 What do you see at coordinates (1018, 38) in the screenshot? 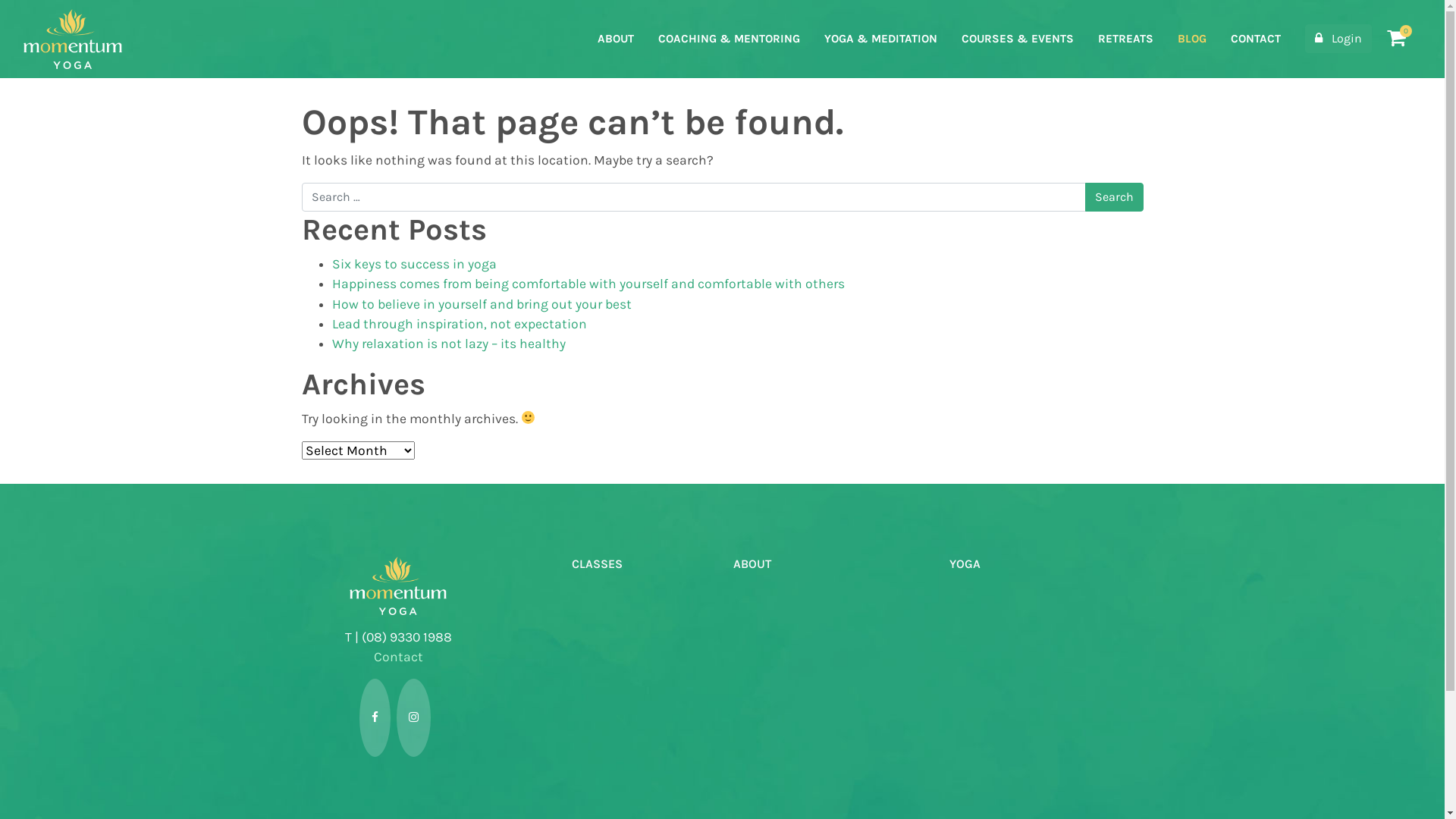
I see `'COURSES & EVENTS'` at bounding box center [1018, 38].